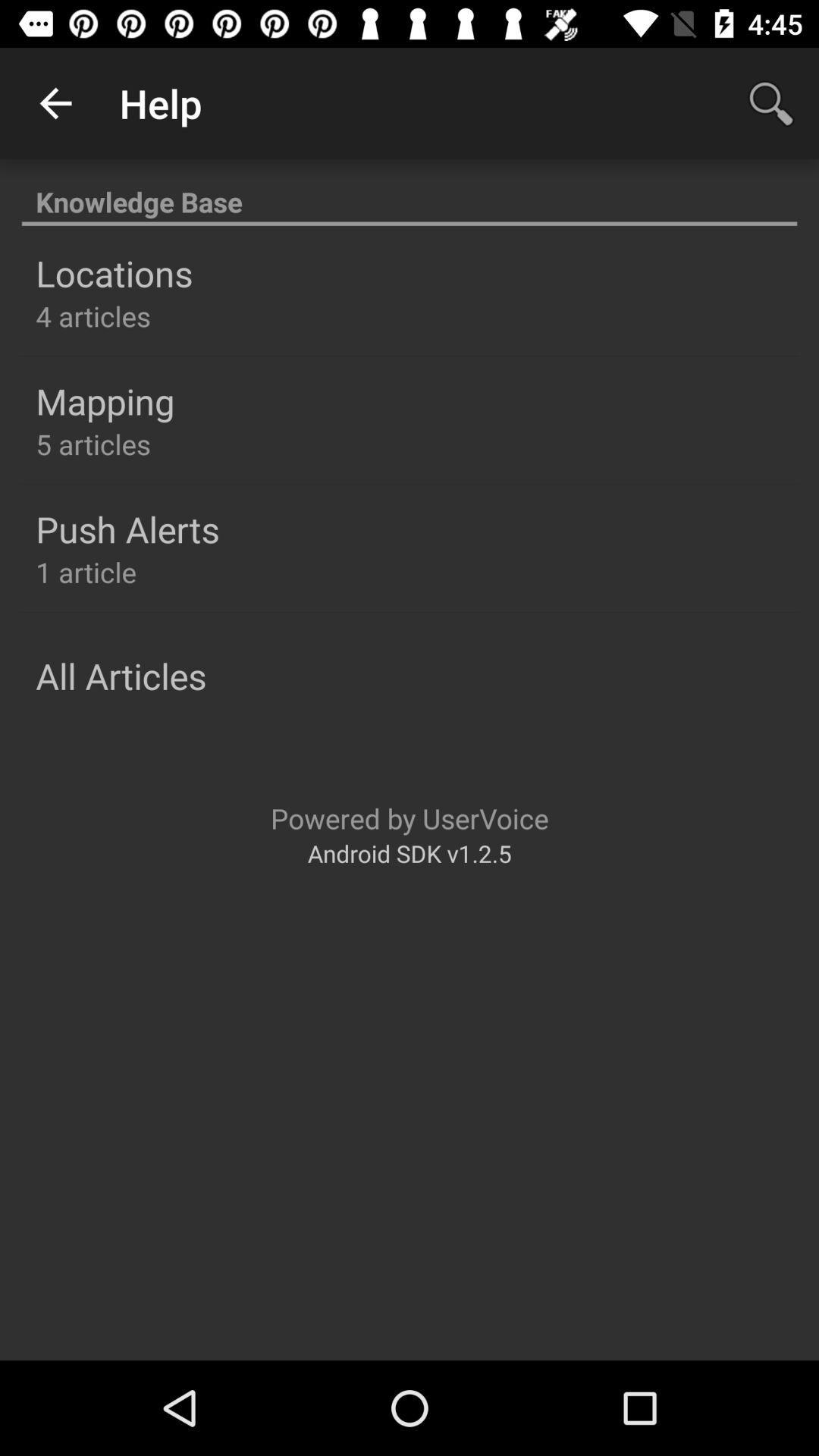 The height and width of the screenshot is (1456, 819). Describe the element at coordinates (86, 571) in the screenshot. I see `the 1 article icon` at that location.